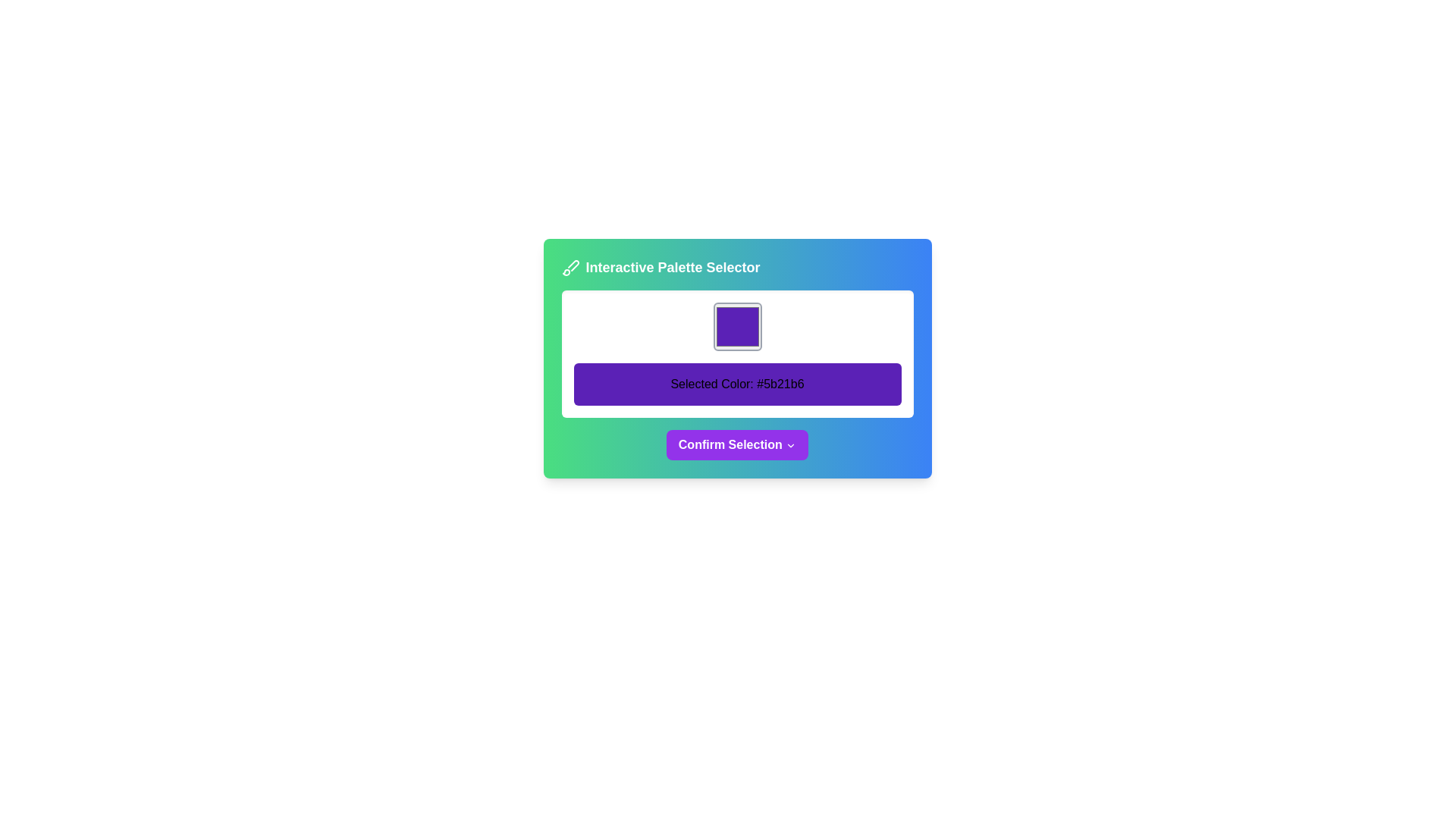 The image size is (1456, 819). I want to click on the Color Picker Button, which is a square-shaped color chooser filled with purple (#5b21b6) located centrally in the 'Interactive Palette Selector' component, so click(737, 359).